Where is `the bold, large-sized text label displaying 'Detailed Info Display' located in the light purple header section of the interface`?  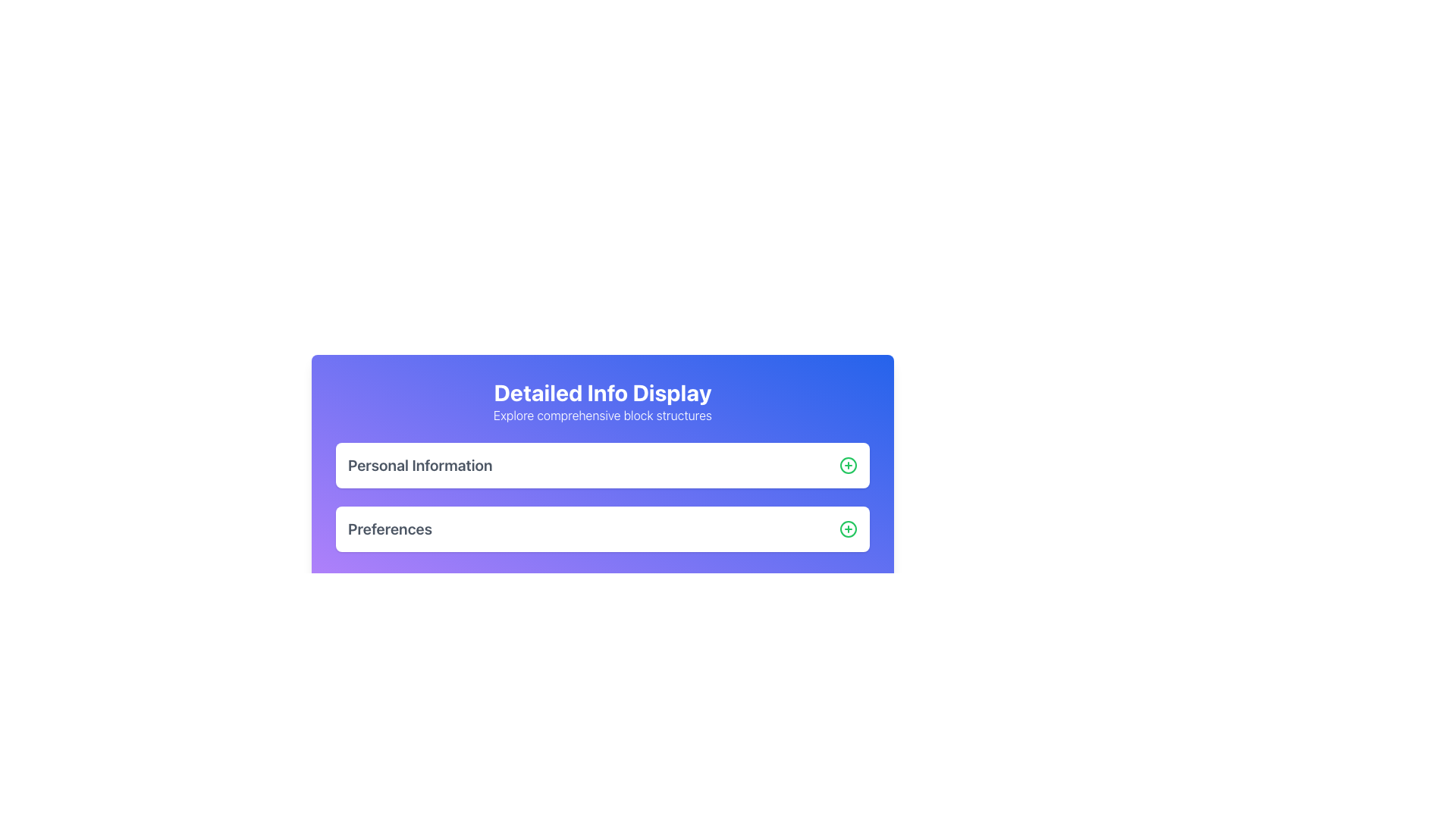
the bold, large-sized text label displaying 'Detailed Info Display' located in the light purple header section of the interface is located at coordinates (602, 391).